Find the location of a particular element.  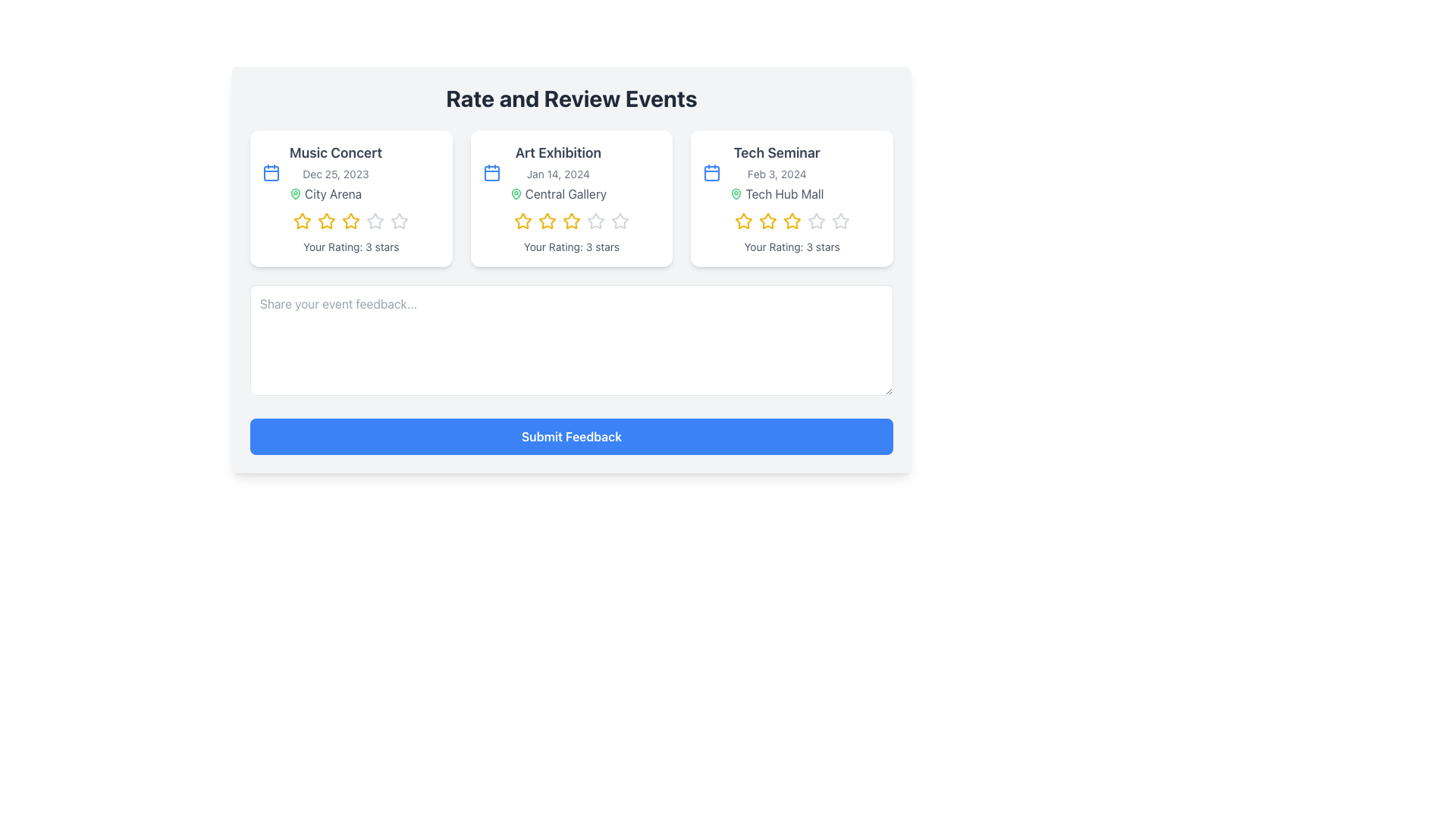

the fourth star icon in the rating system of the 'Music Concert' card is located at coordinates (400, 221).